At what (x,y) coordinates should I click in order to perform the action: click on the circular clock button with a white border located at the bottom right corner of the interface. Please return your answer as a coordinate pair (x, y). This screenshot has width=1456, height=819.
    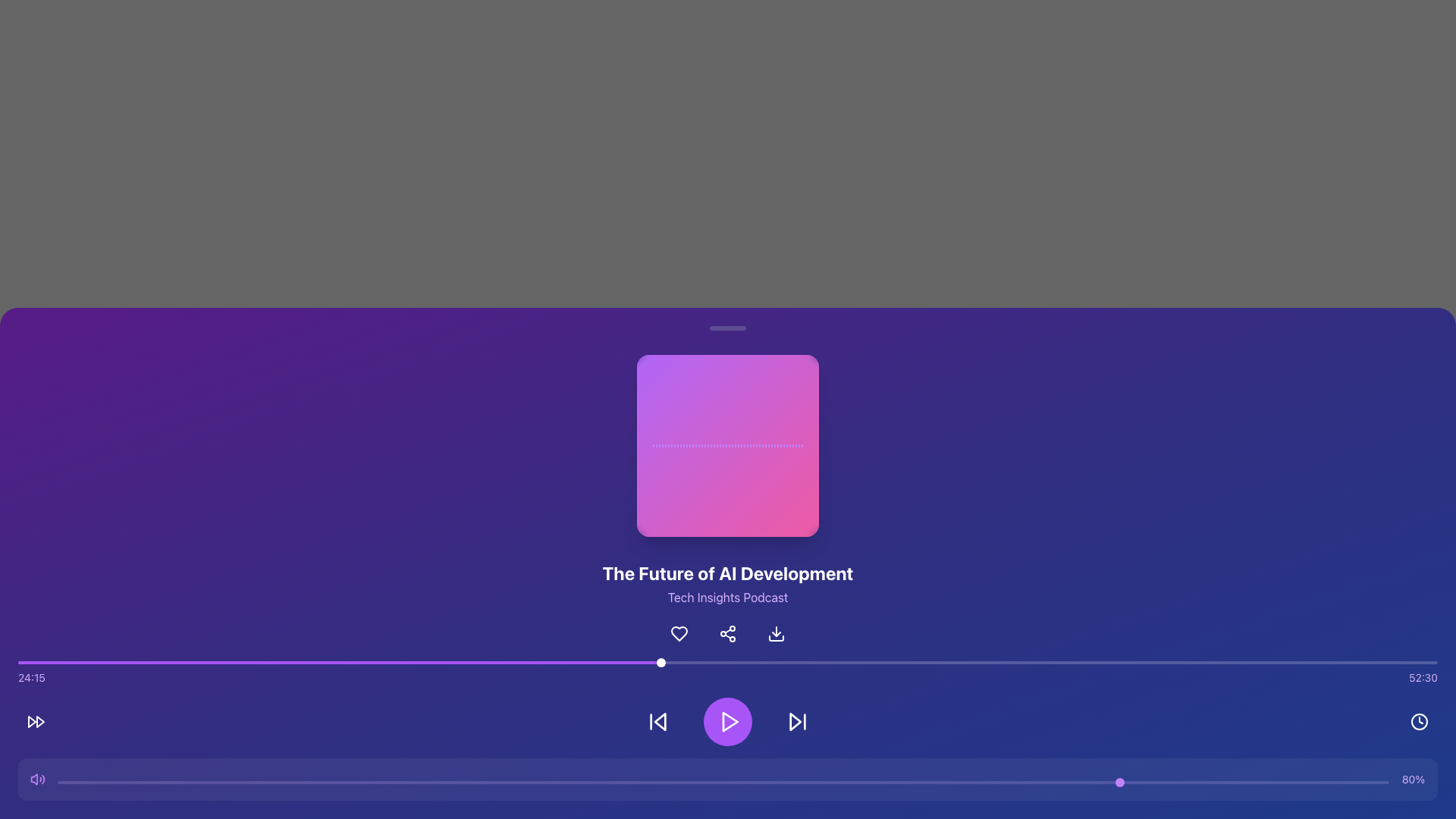
    Looking at the image, I should click on (1419, 721).